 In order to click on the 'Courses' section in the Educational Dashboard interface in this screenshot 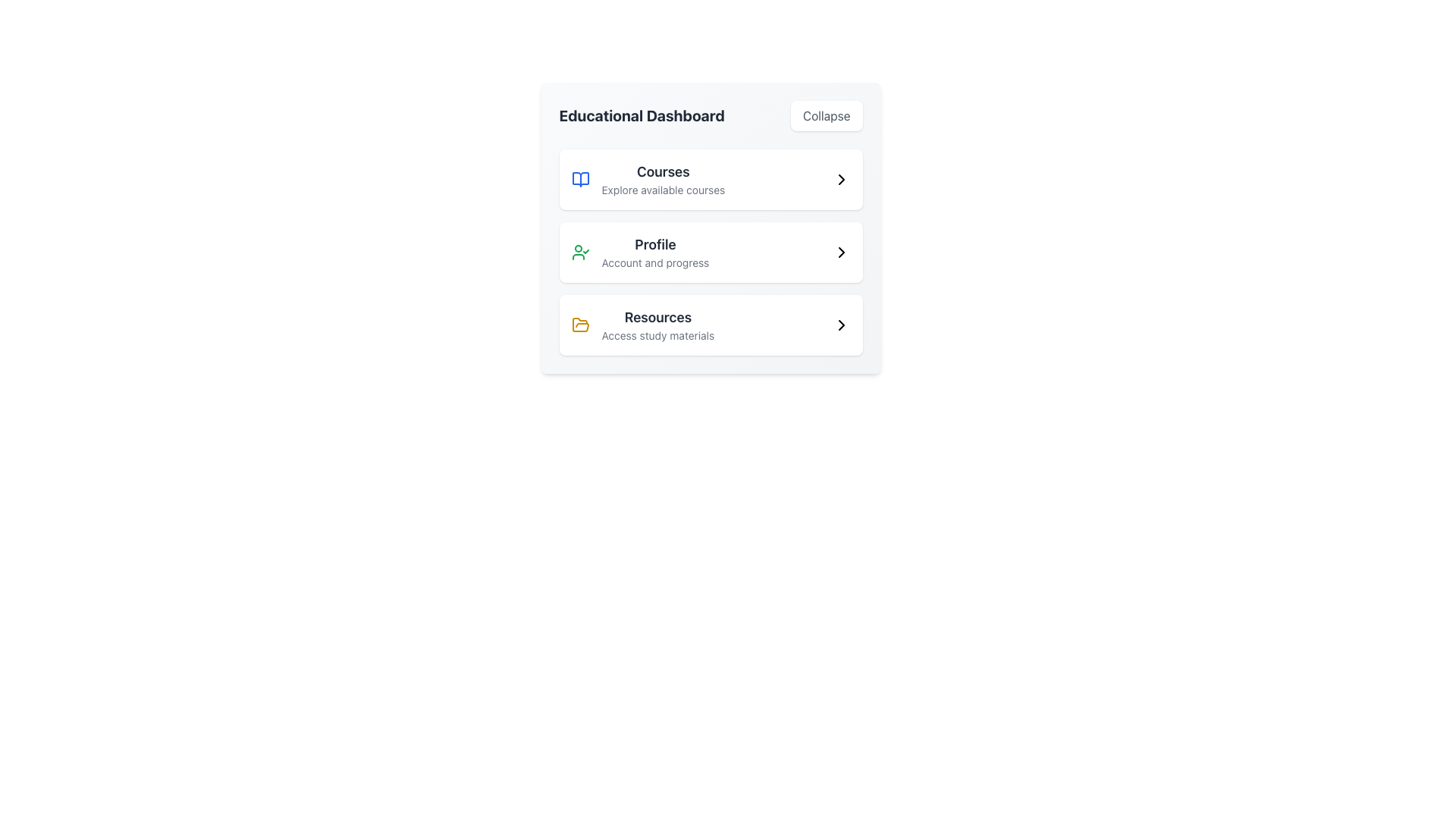, I will do `click(710, 178)`.